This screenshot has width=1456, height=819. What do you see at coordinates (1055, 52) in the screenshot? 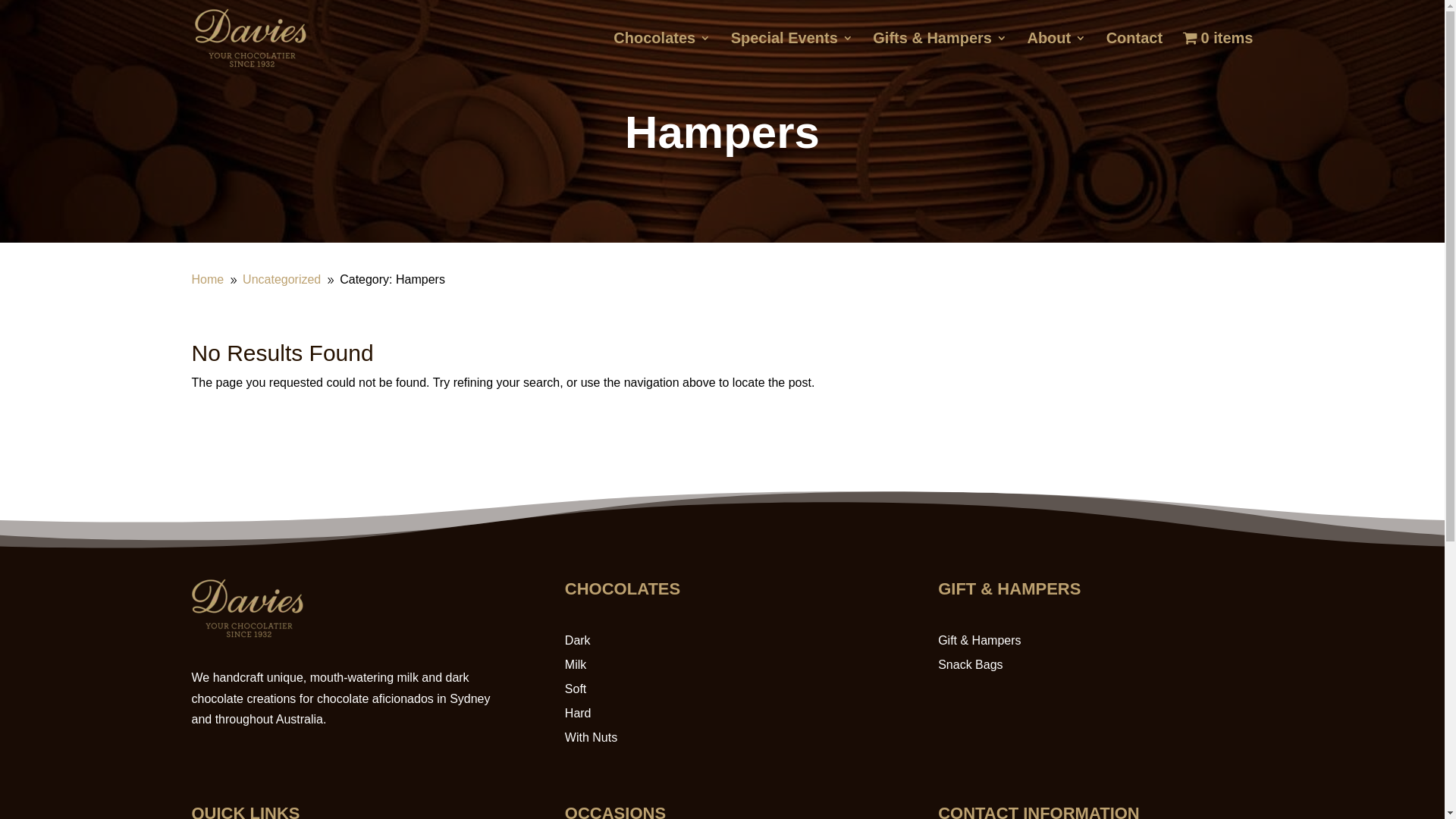
I see `'About'` at bounding box center [1055, 52].